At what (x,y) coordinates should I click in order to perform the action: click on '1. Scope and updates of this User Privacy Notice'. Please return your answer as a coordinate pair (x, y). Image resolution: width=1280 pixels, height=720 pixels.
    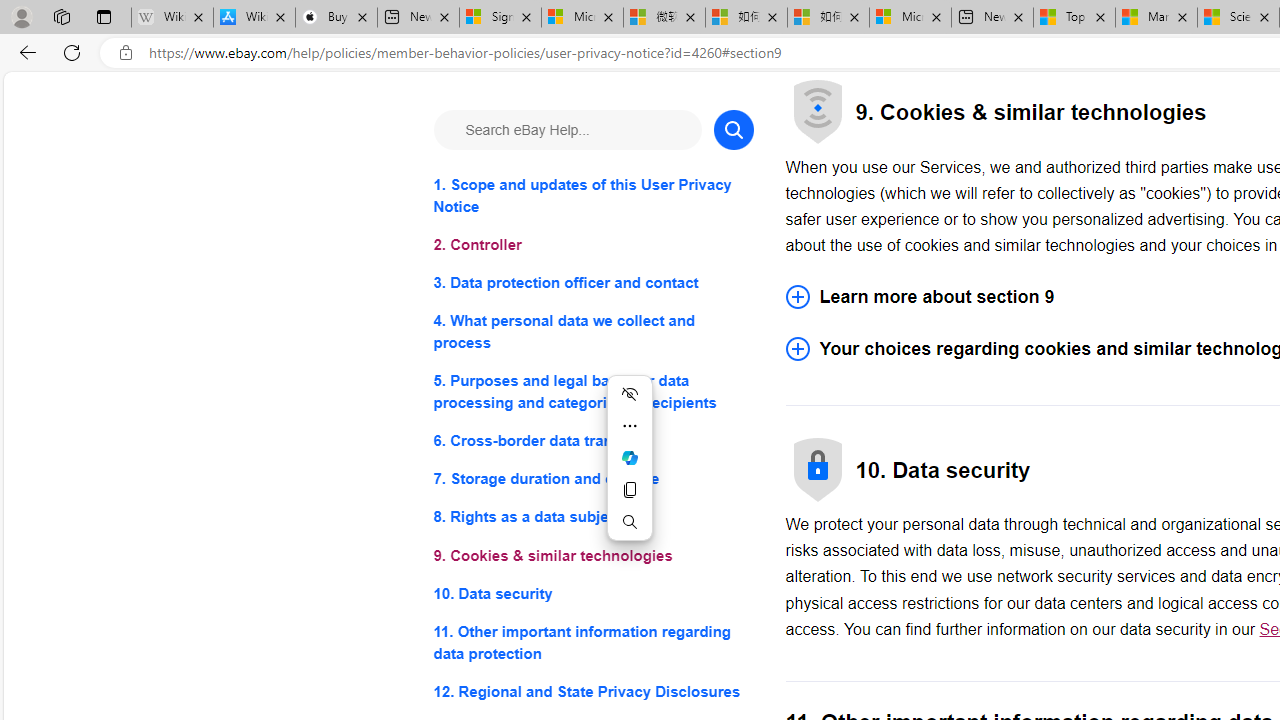
    Looking at the image, I should click on (592, 196).